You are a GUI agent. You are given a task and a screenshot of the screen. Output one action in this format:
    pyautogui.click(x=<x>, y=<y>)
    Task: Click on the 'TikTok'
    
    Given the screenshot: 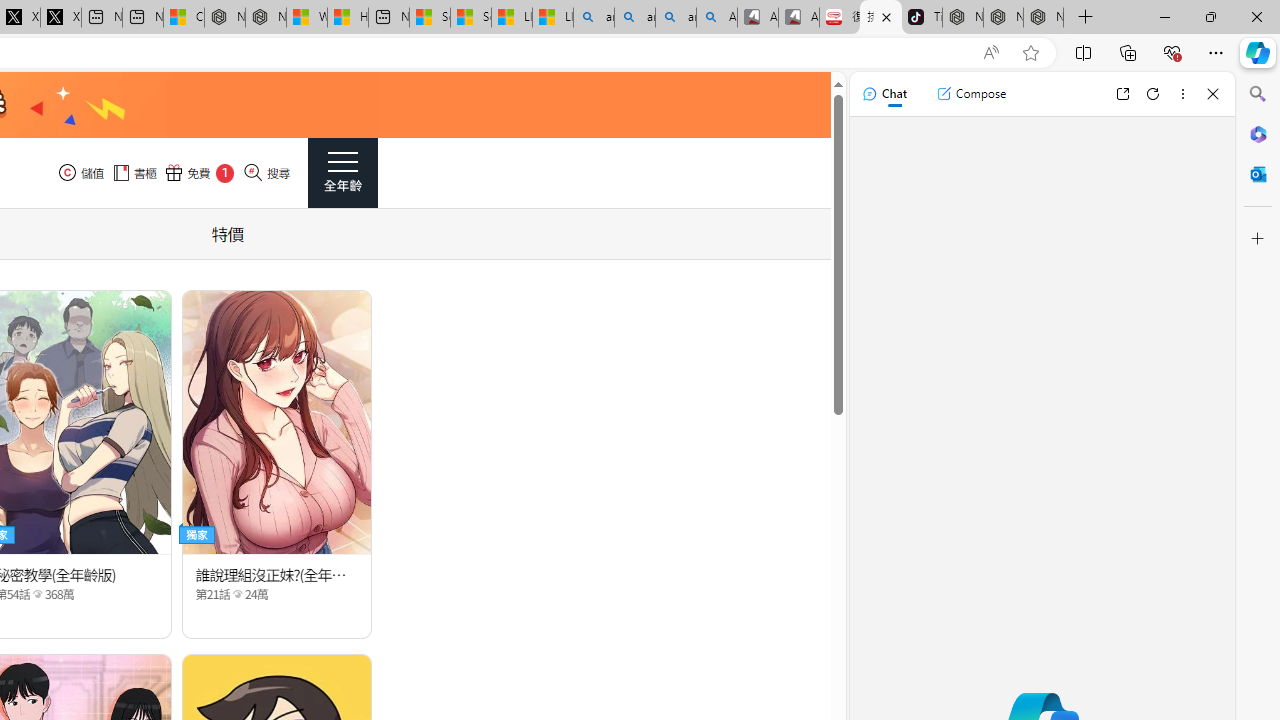 What is the action you would take?
    pyautogui.click(x=921, y=17)
    